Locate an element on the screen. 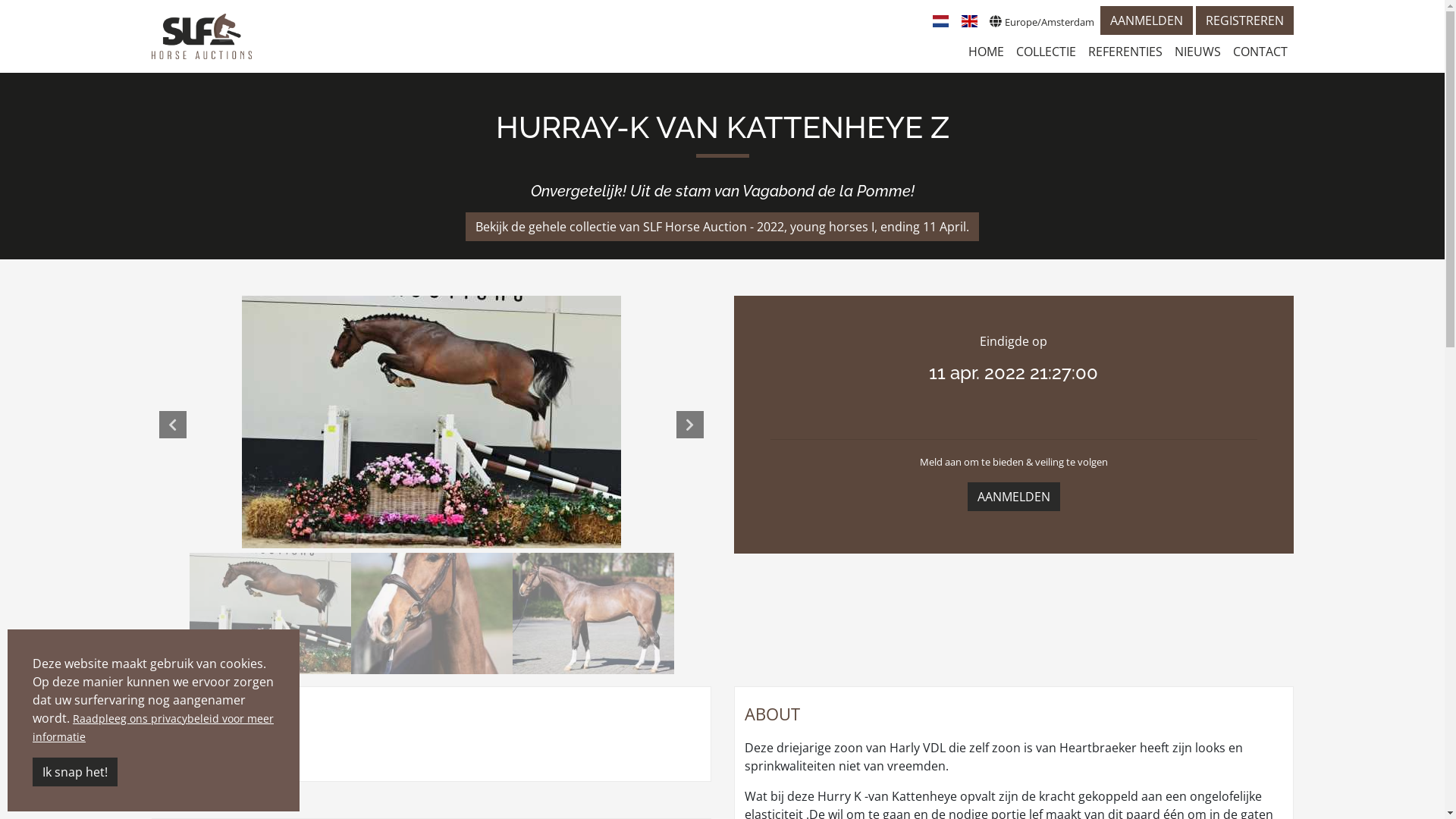  'Europe/Amsterdam' is located at coordinates (983, 20).